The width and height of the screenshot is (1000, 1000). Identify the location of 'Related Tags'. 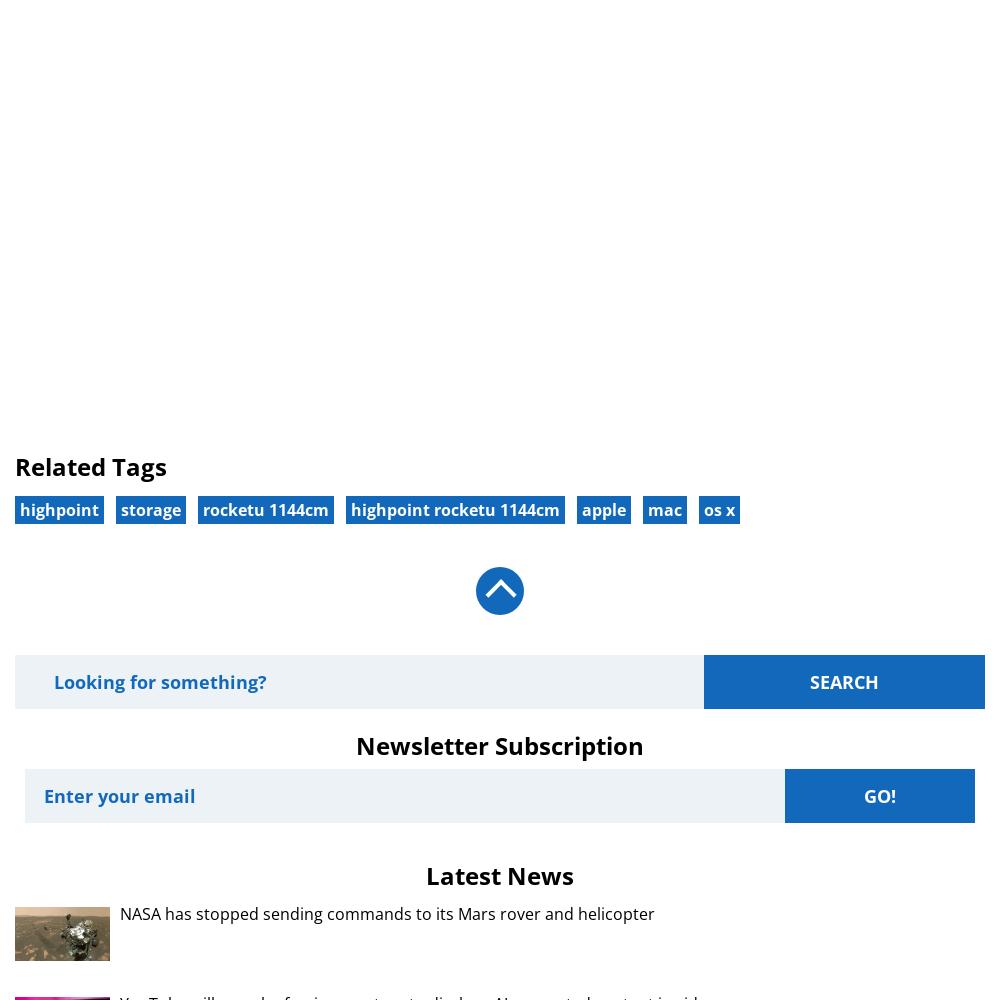
(90, 464).